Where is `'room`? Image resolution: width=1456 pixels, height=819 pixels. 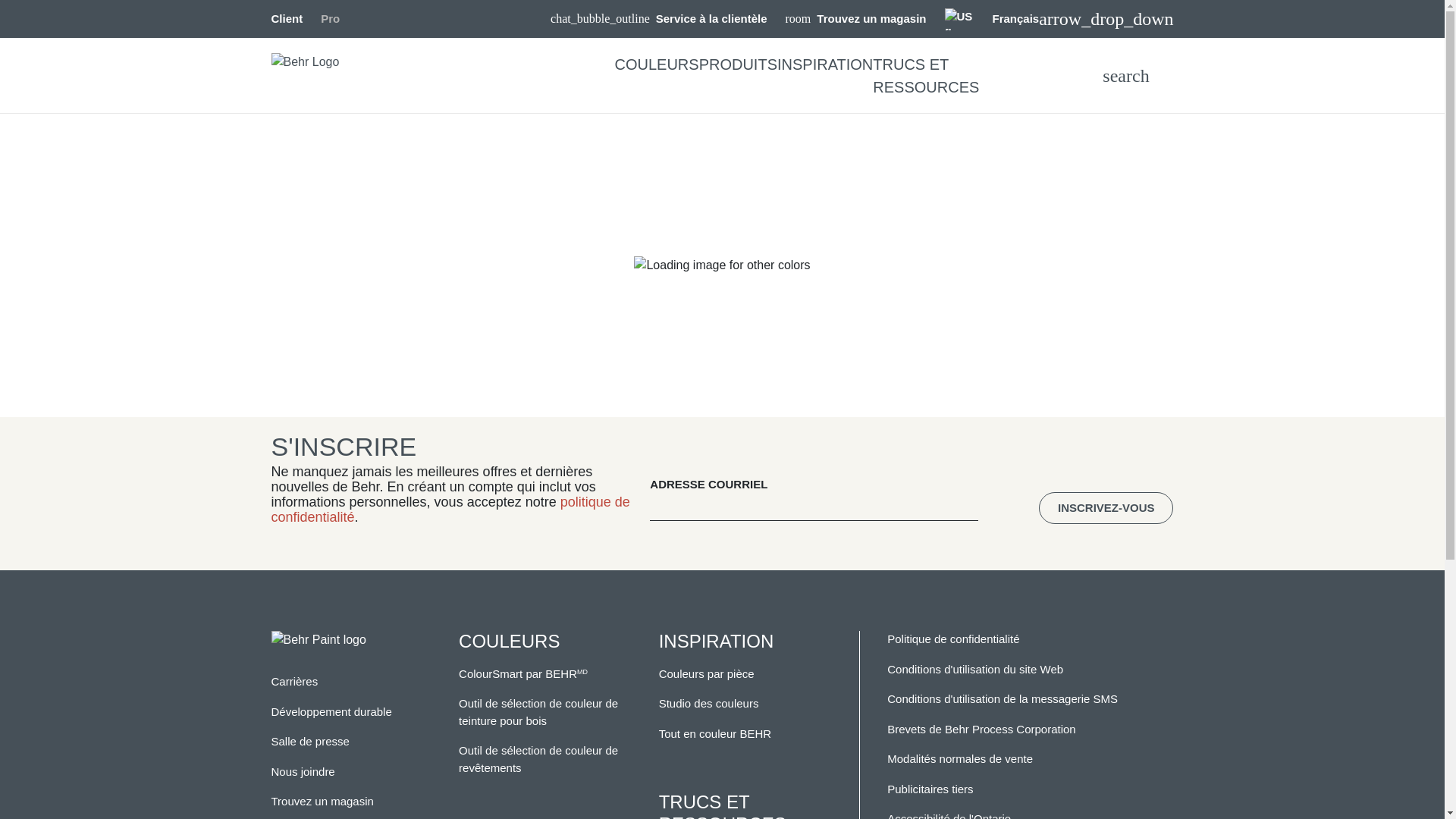 'room is located at coordinates (855, 19).